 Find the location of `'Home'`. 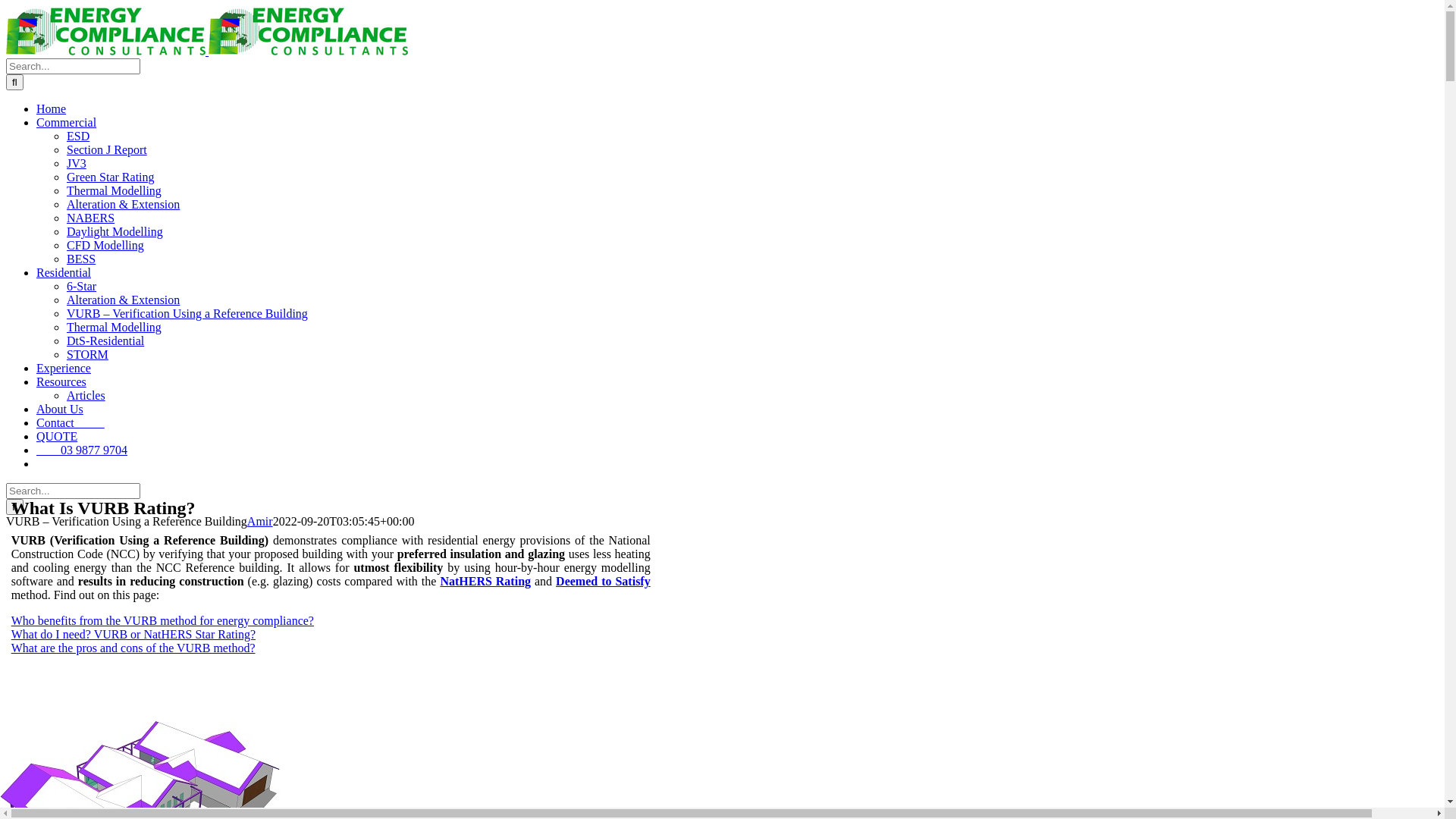

'Home' is located at coordinates (51, 108).